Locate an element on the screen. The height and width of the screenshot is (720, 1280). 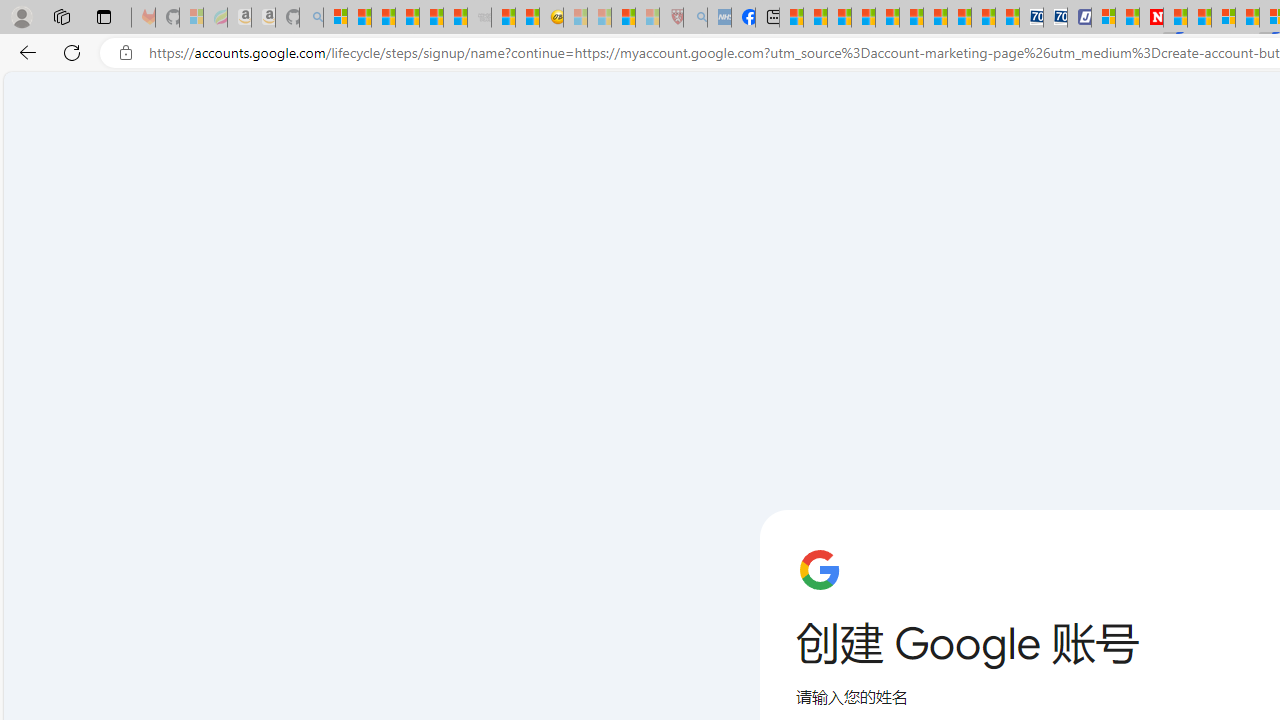
'Cheap Hotels - Save70.com' is located at coordinates (1055, 17).